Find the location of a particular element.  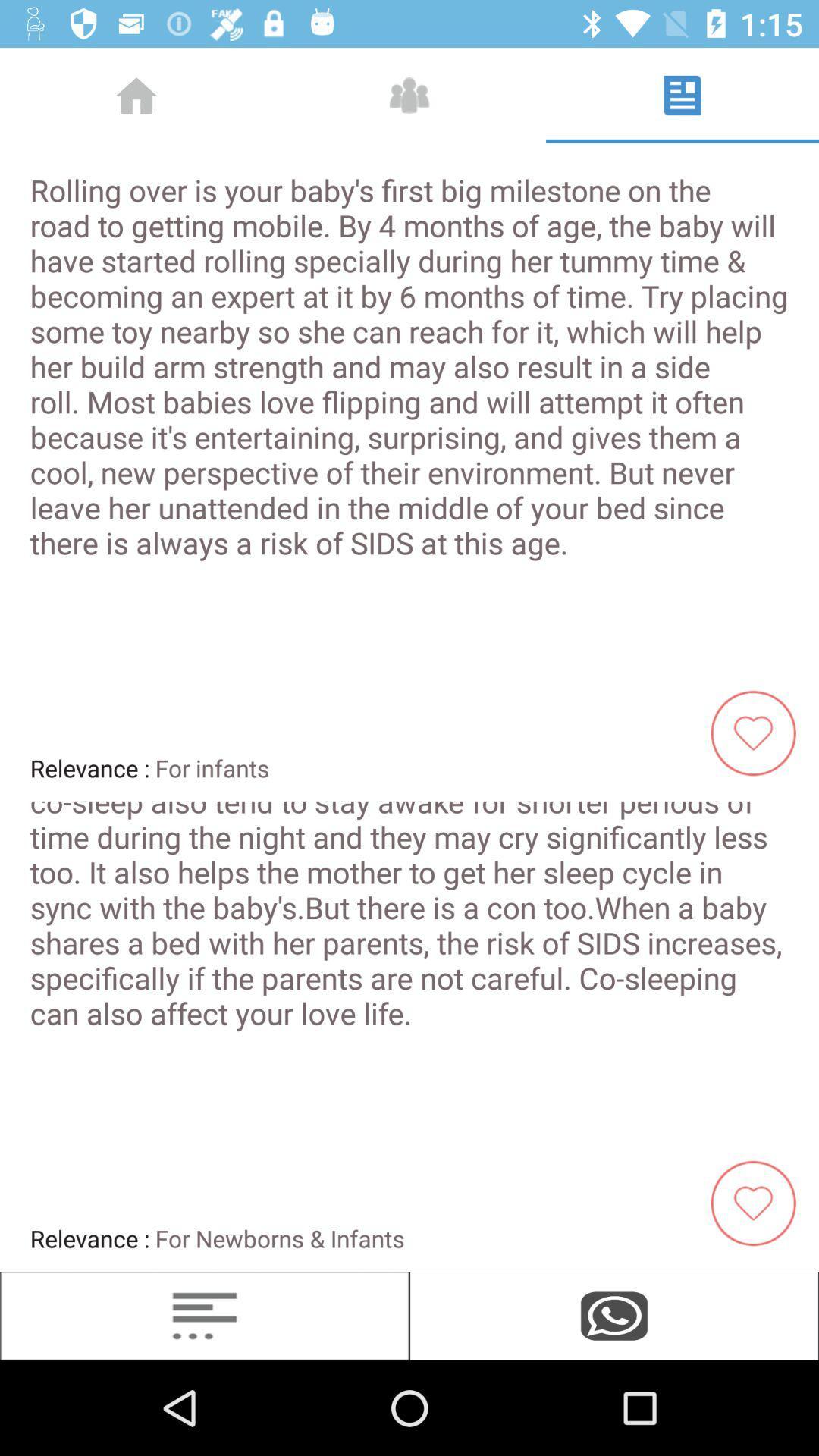

the favorite icon is located at coordinates (759, 1201).